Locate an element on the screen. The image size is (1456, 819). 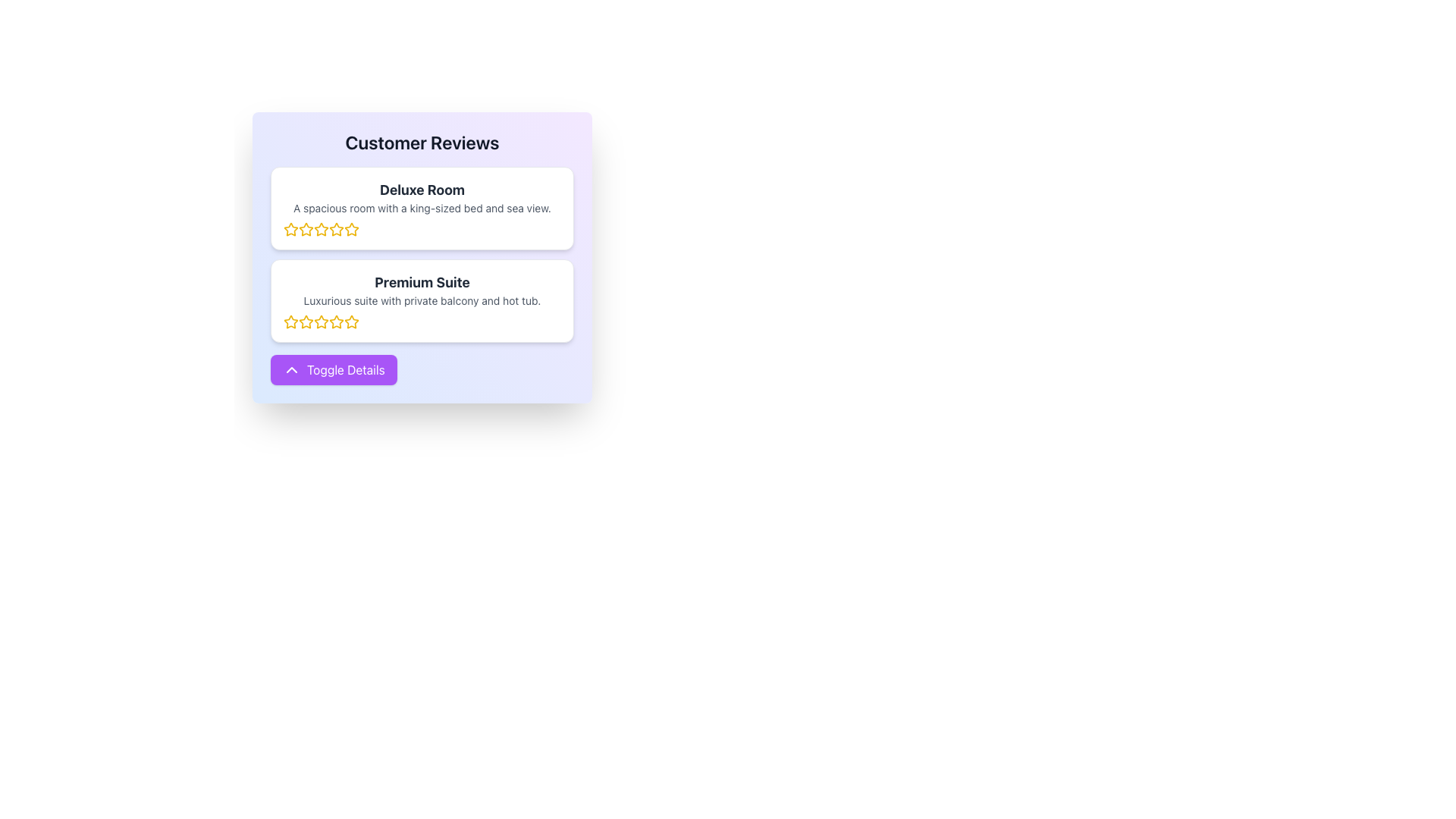
the first star icon representing the rating under the 'Deluxe Room' heading in the 'Customer Reviews' section is located at coordinates (291, 230).